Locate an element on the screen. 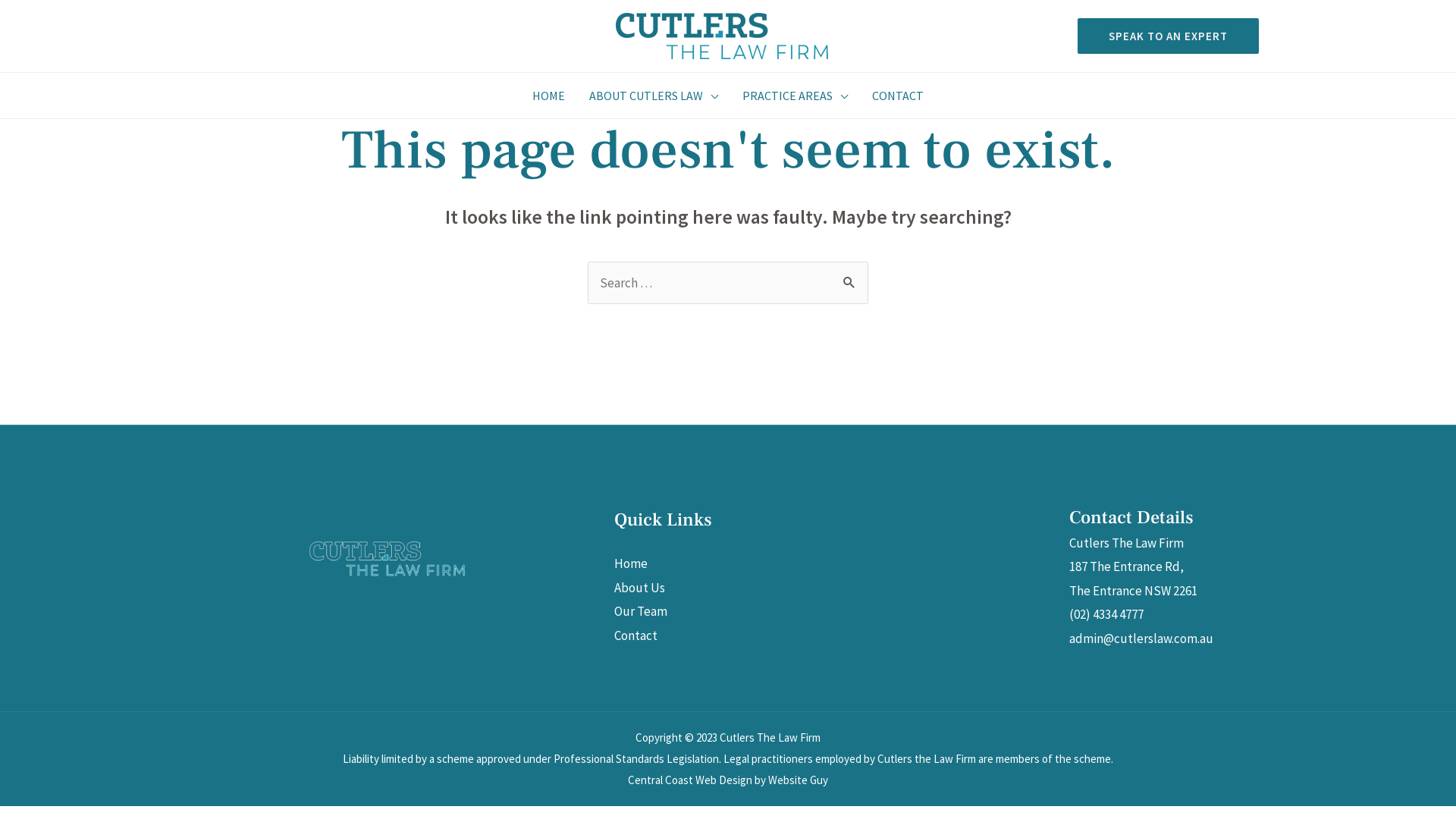 The width and height of the screenshot is (1456, 819). 'About Us' is located at coordinates (639, 587).